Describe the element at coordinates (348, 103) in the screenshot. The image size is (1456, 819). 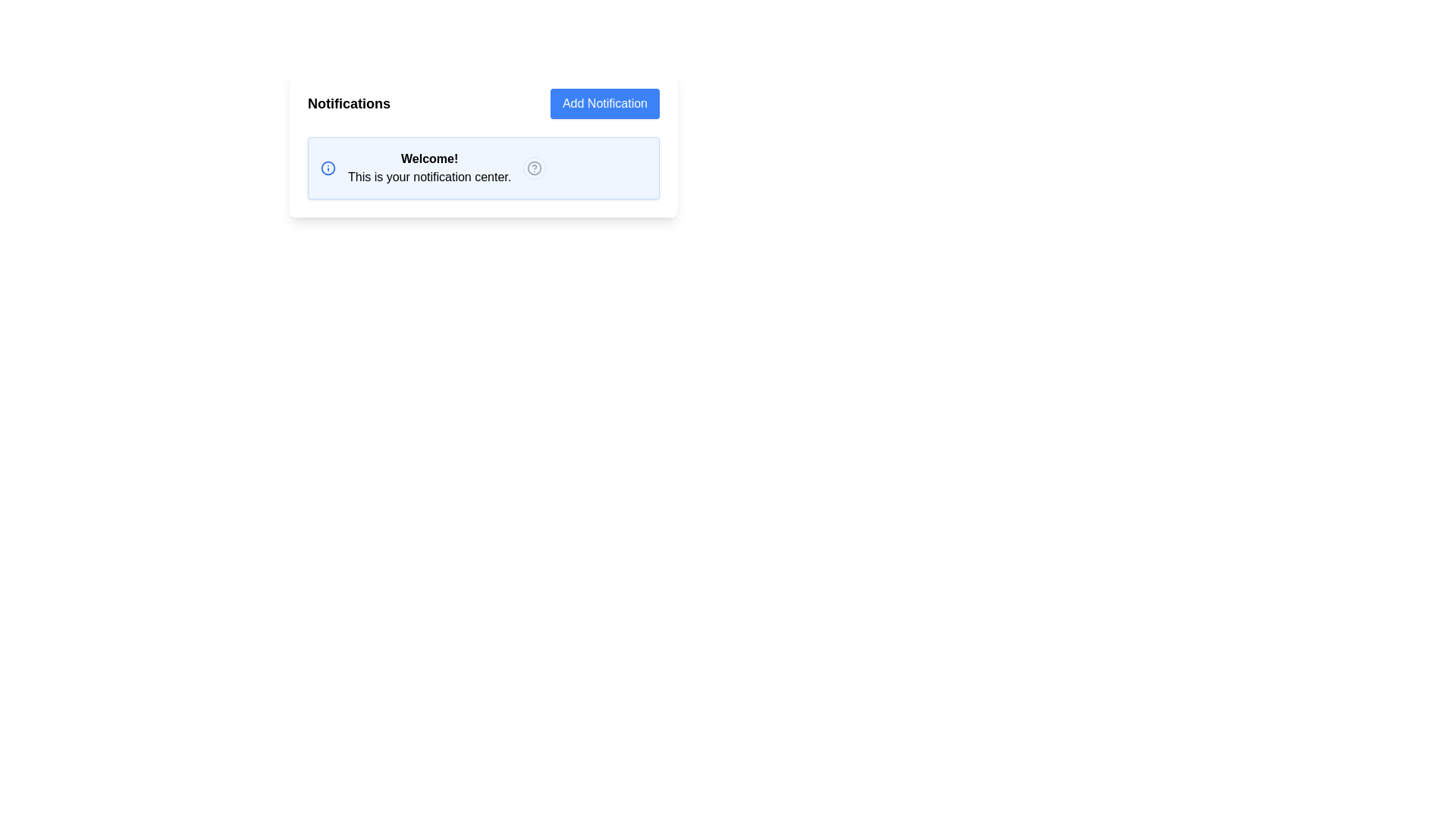
I see `the 'Notifications' text label, which is bold and large, located in the top-left corner of the header, next to the 'Add Notification' button` at that location.